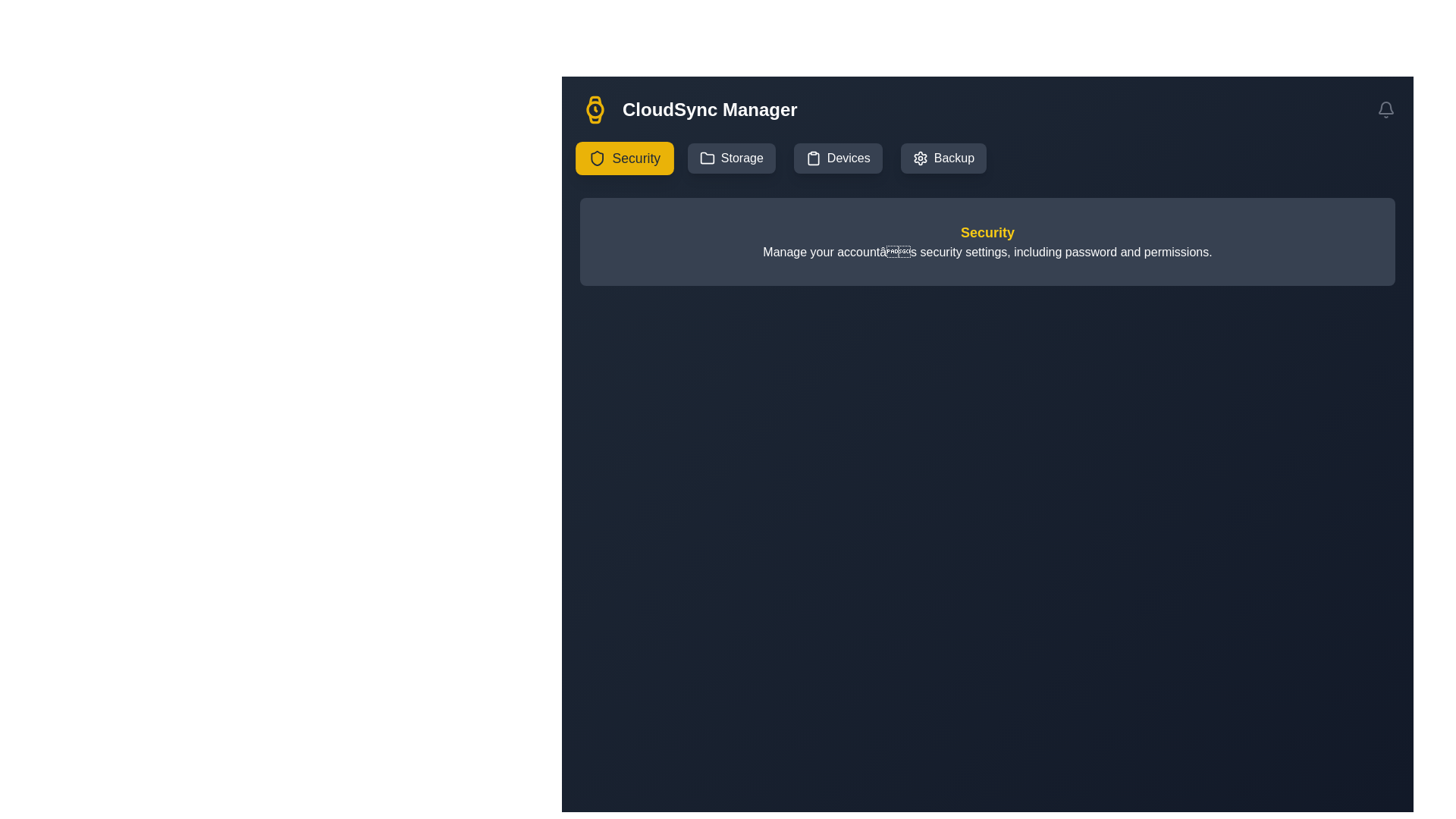 This screenshot has width=1456, height=819. What do you see at coordinates (943, 158) in the screenshot?
I see `the fourth navigation button from the left in the top area of the interface` at bounding box center [943, 158].